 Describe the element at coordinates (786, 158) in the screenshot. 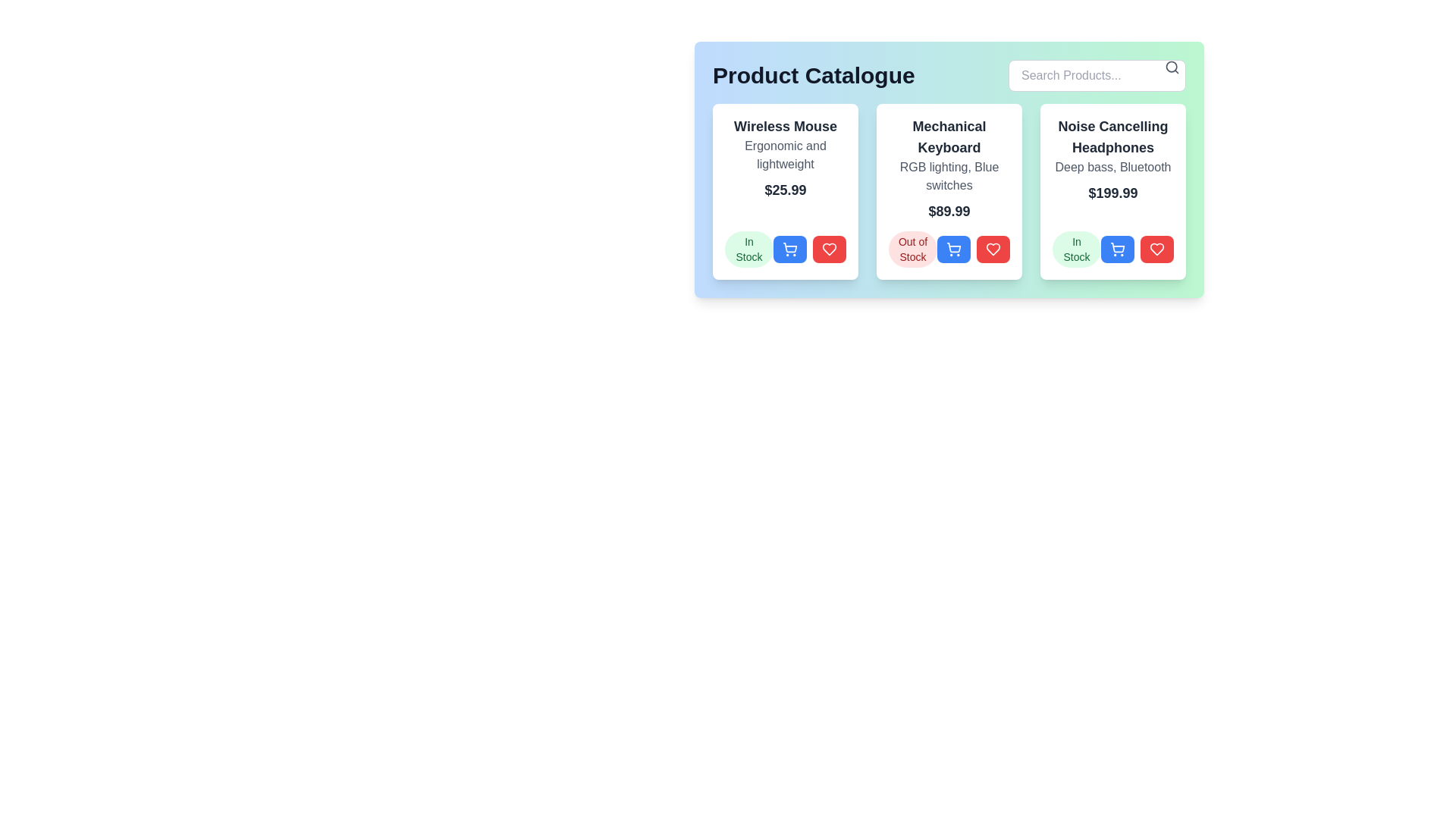

I see `the Information display block located in the first card of the grid under 'Product Catalogue', positioned above the 'In Stock' badge and control buttons` at that location.